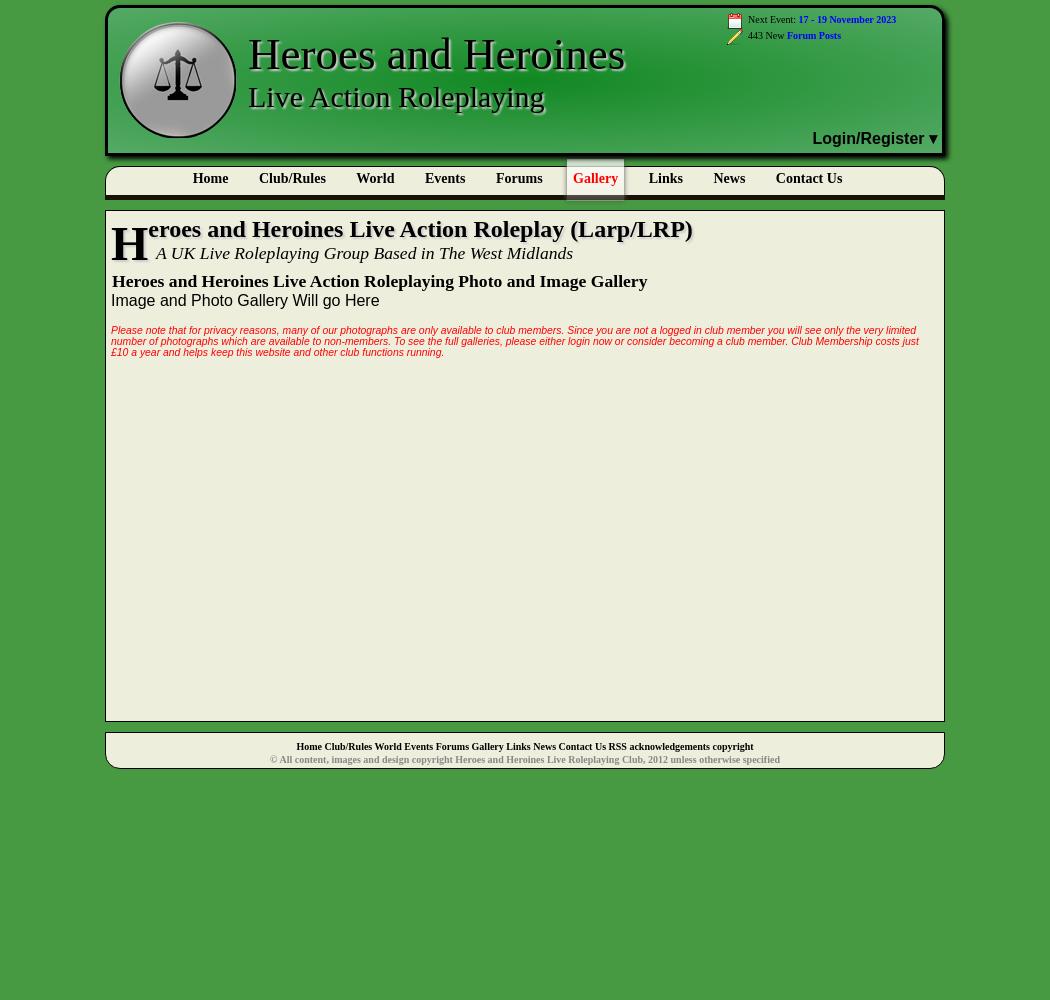 The height and width of the screenshot is (1000, 1050). Describe the element at coordinates (395, 95) in the screenshot. I see `'Live Action Roleplaying'` at that location.